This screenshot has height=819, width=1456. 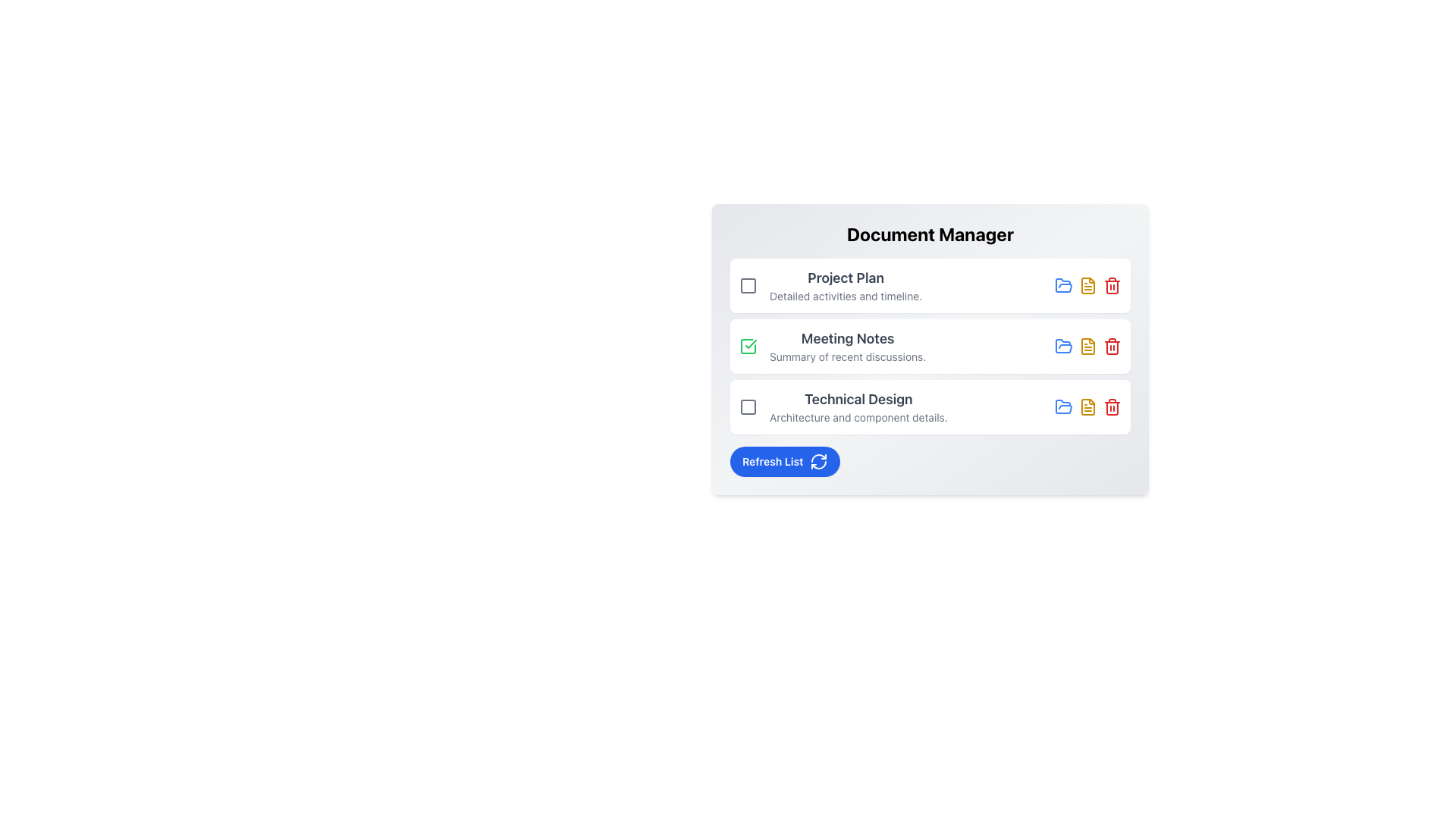 I want to click on the 'Technical Design' document section list item, so click(x=930, y=406).